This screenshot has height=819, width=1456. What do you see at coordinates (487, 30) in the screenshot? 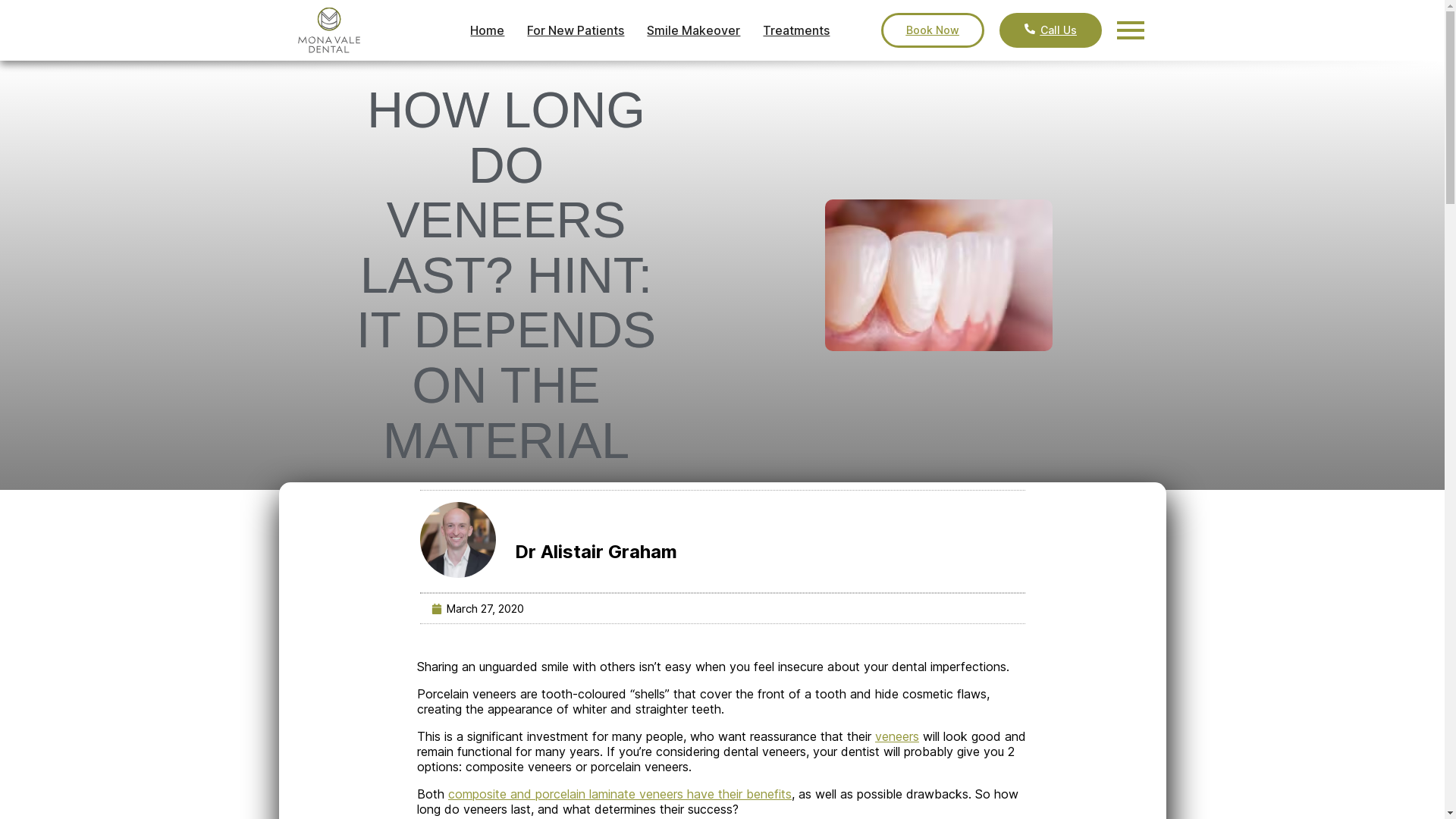
I see `'Home'` at bounding box center [487, 30].